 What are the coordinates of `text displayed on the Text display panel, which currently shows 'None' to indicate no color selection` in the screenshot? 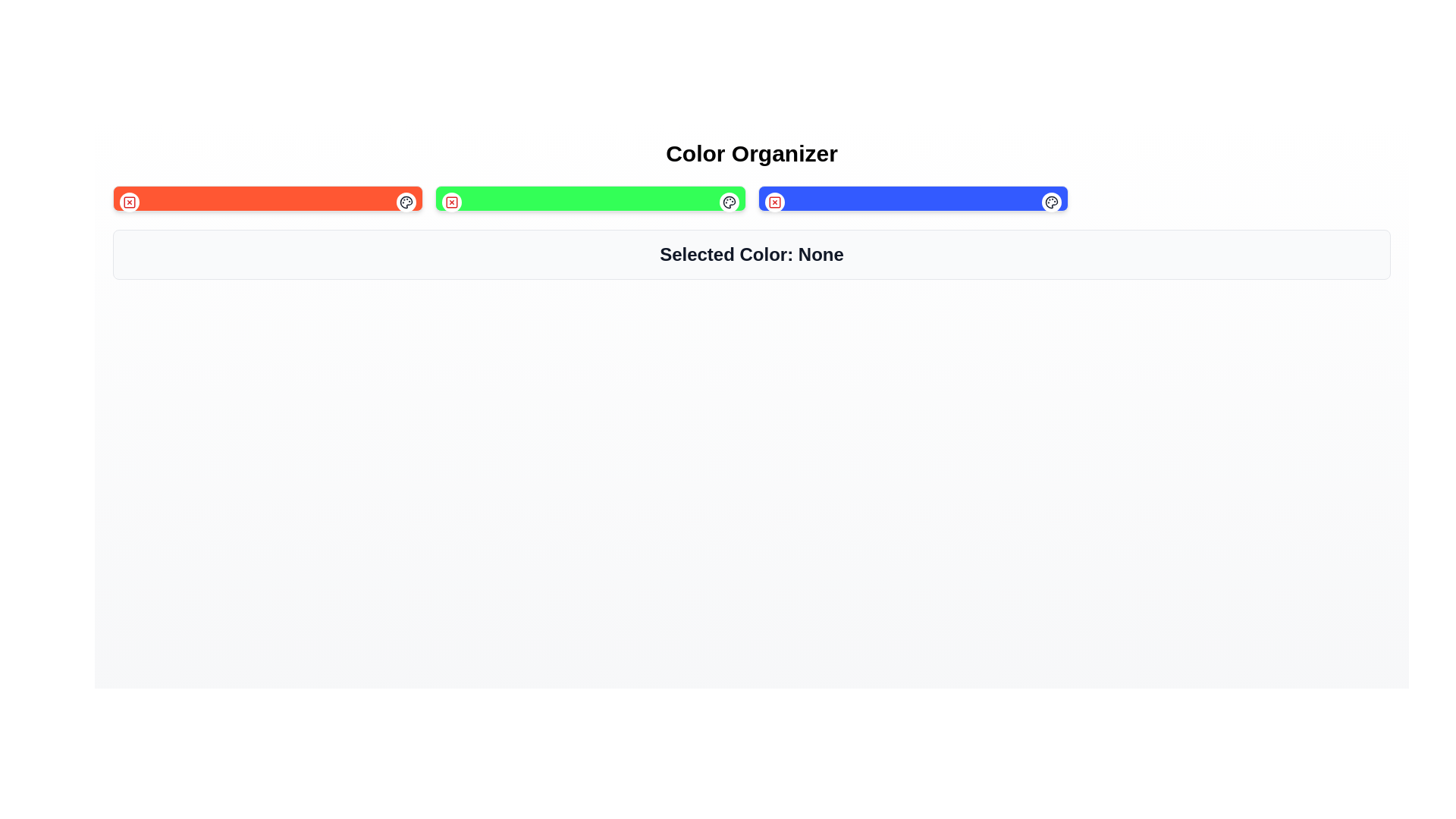 It's located at (752, 253).